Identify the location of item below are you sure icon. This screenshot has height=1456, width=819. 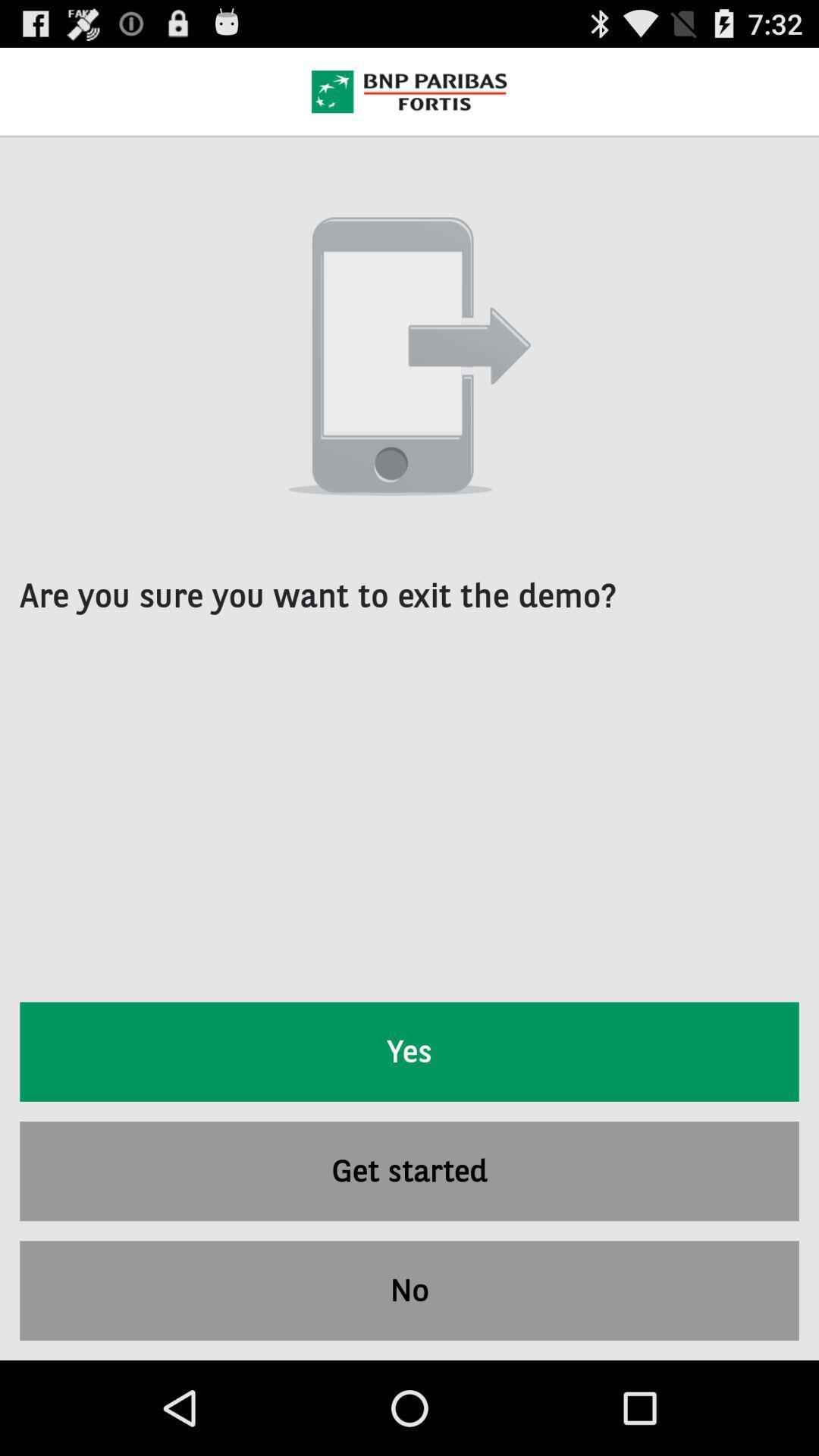
(409, 1051).